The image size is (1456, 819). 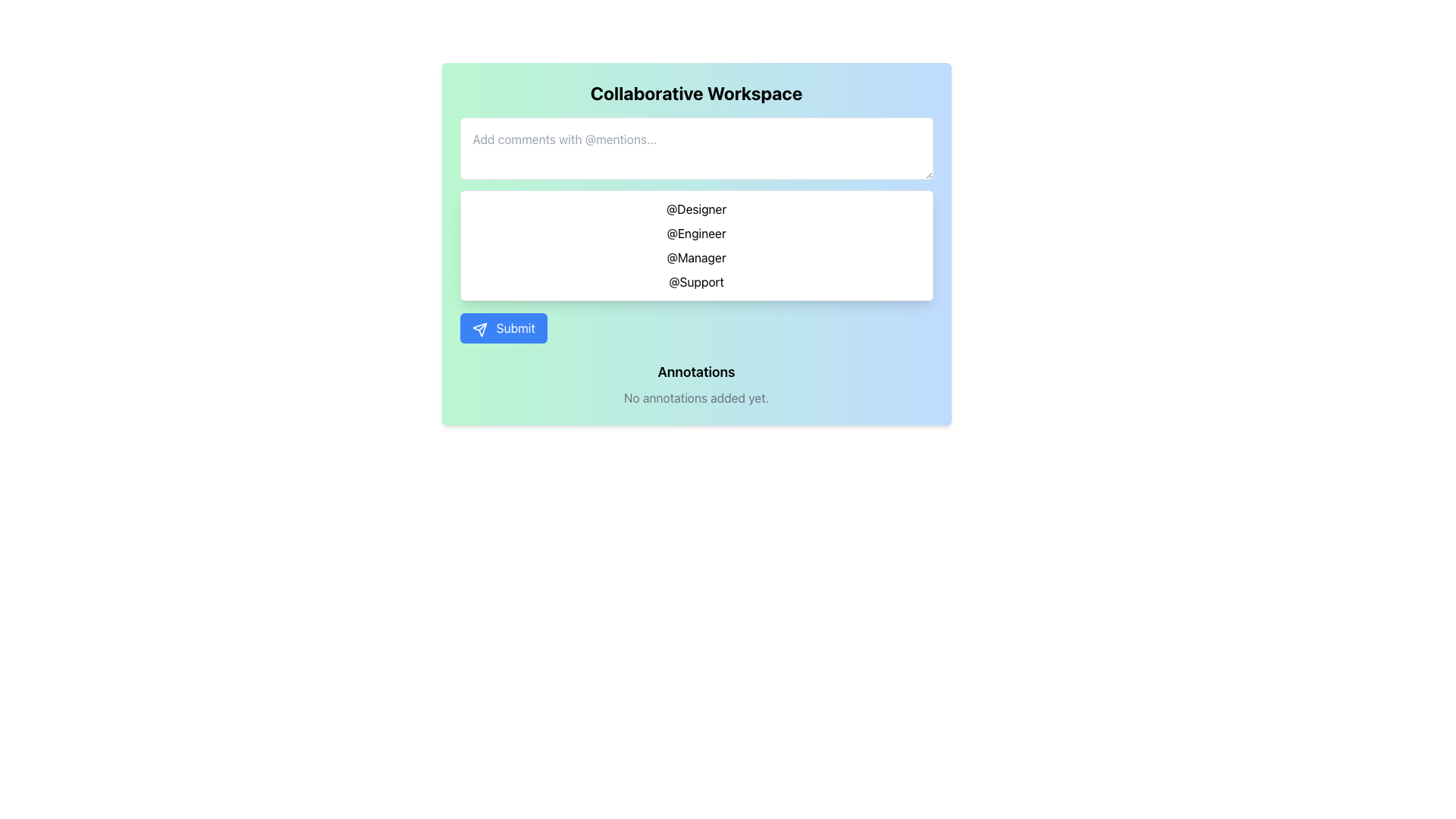 What do you see at coordinates (695, 234) in the screenshot?
I see `the selectable list item displaying the mention '@Engineer'` at bounding box center [695, 234].